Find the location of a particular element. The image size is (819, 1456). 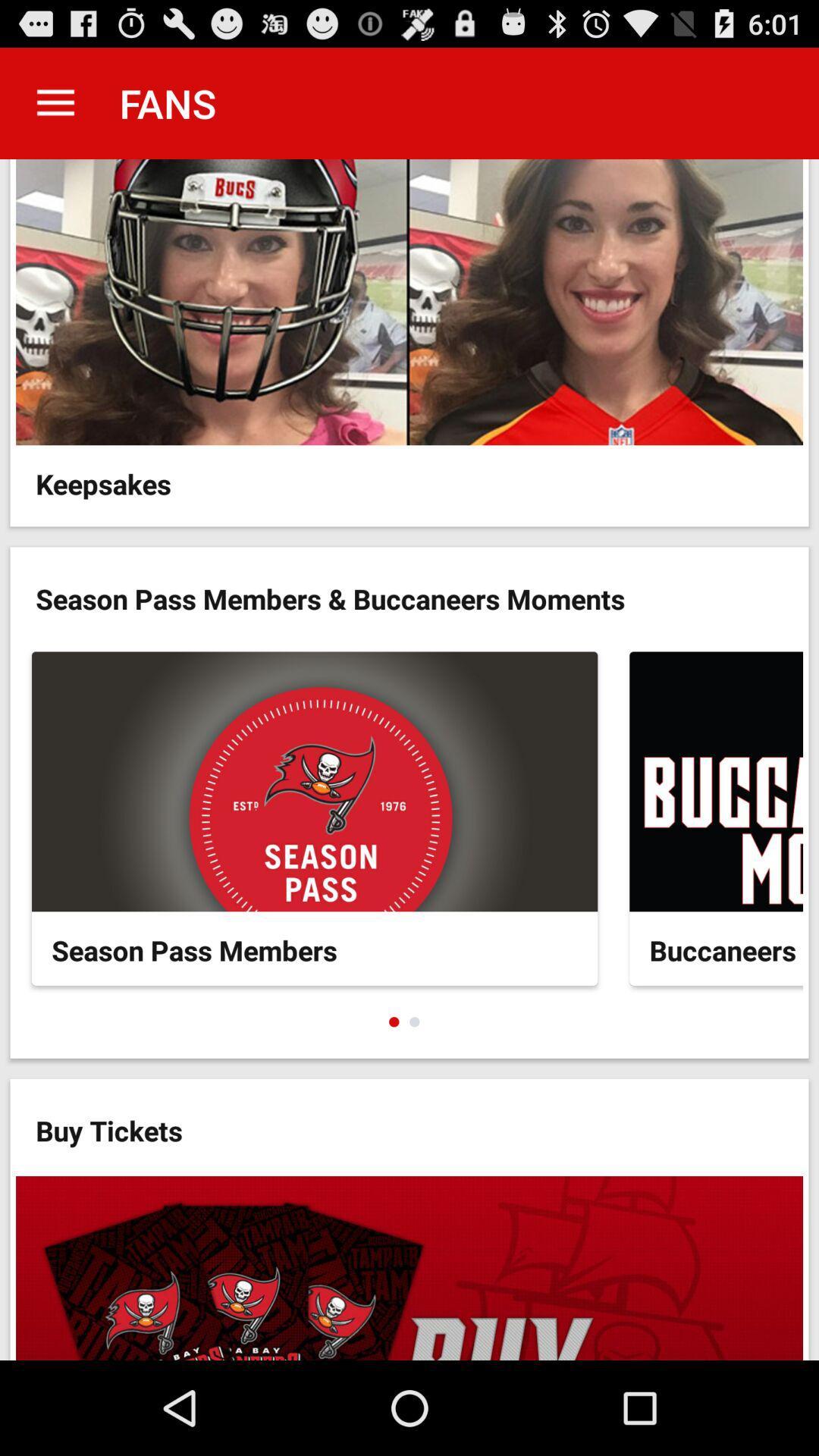

item to the left of the fans is located at coordinates (55, 102).